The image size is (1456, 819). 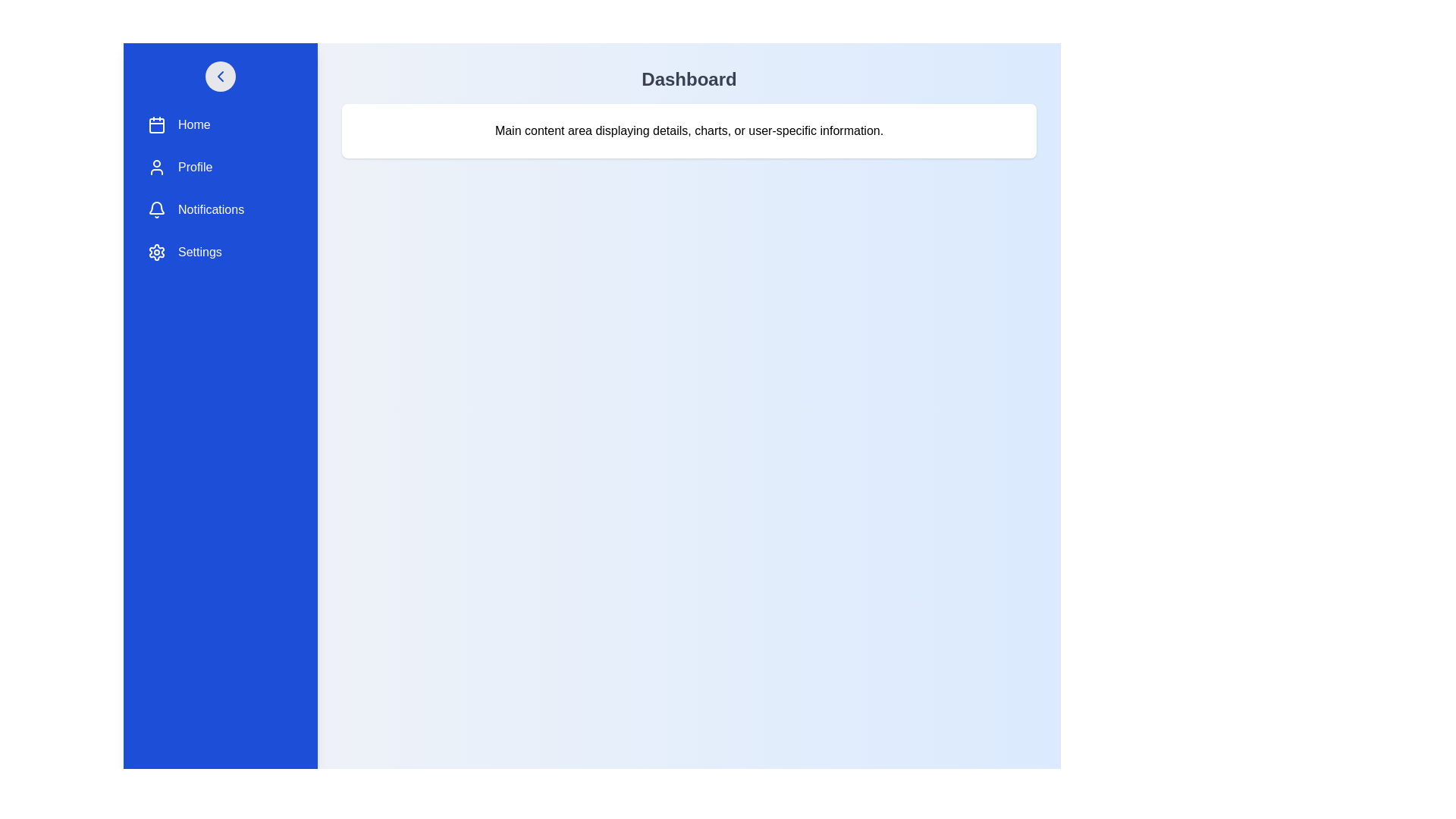 What do you see at coordinates (688, 452) in the screenshot?
I see `the main content area to focus` at bounding box center [688, 452].